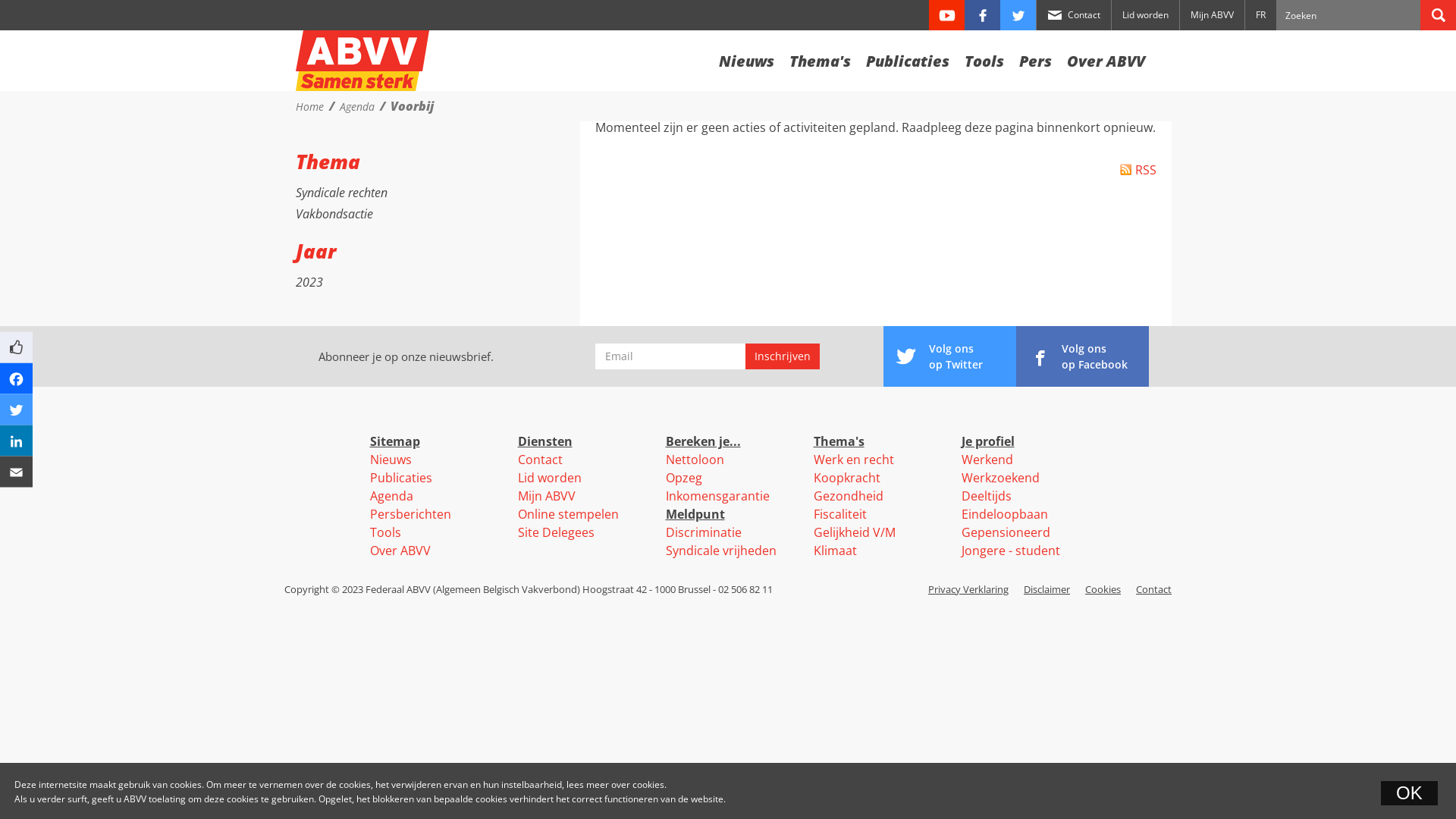 This screenshot has height=819, width=1456. Describe the element at coordinates (949, 356) in the screenshot. I see `'Volg ons` at that location.